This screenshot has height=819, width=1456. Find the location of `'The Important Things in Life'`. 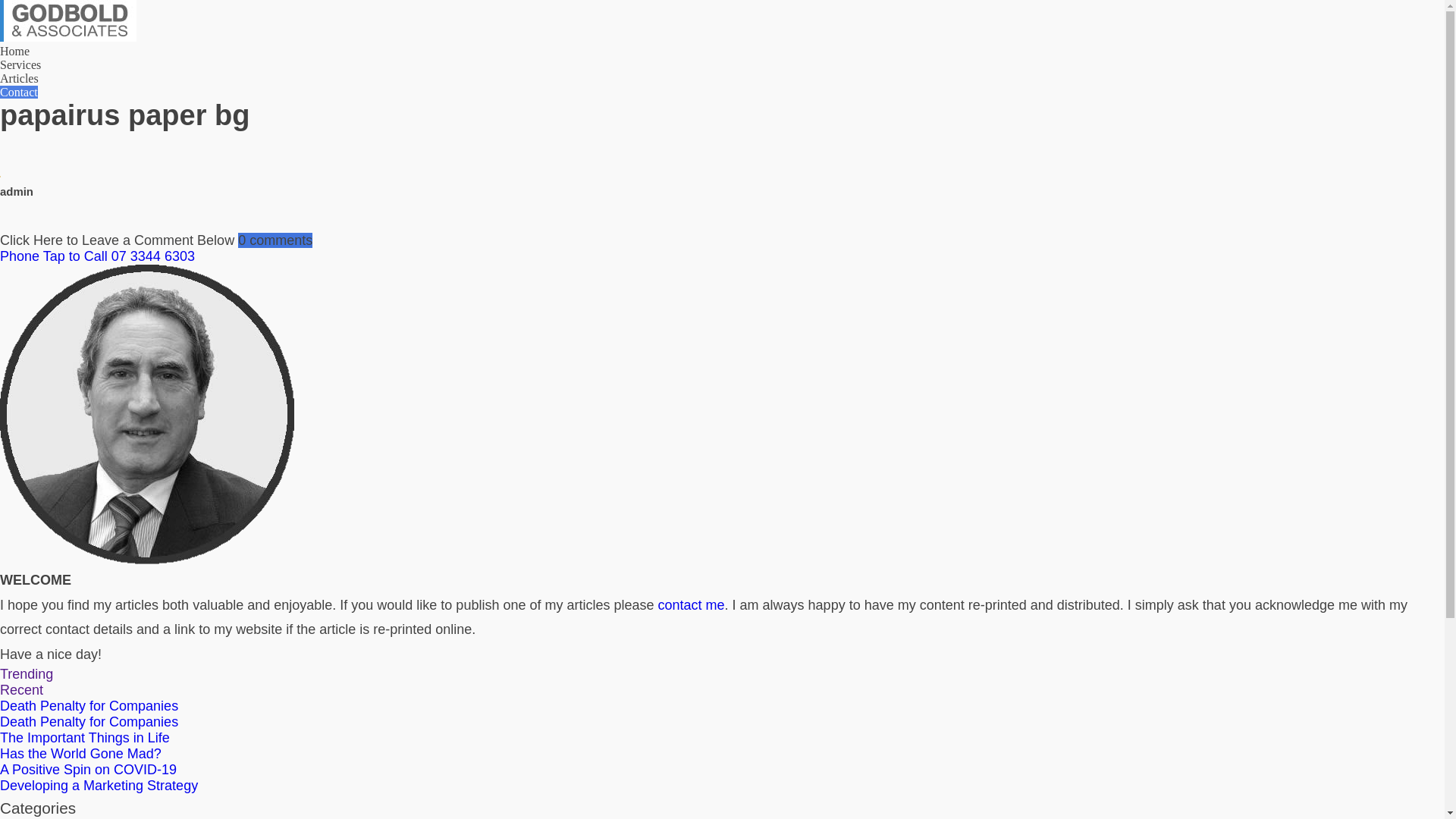

'The Important Things in Life' is located at coordinates (83, 736).